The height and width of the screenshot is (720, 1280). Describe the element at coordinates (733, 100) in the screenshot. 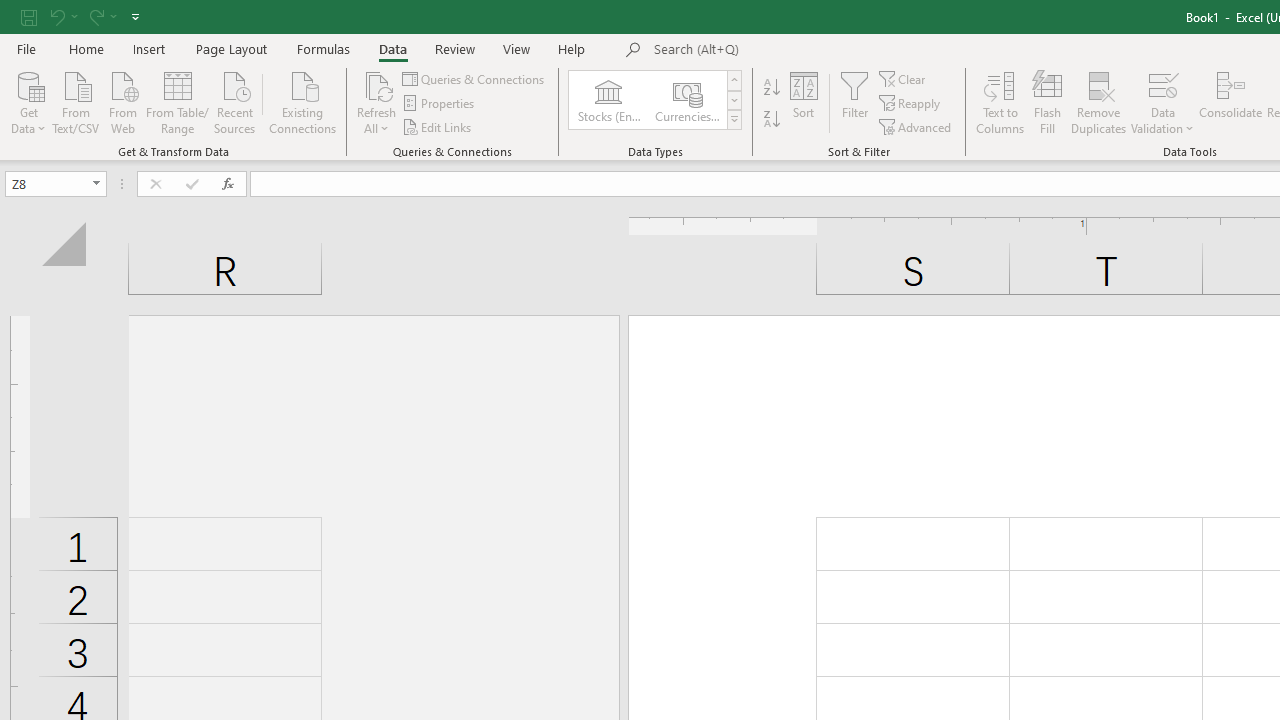

I see `'Row Down'` at that location.